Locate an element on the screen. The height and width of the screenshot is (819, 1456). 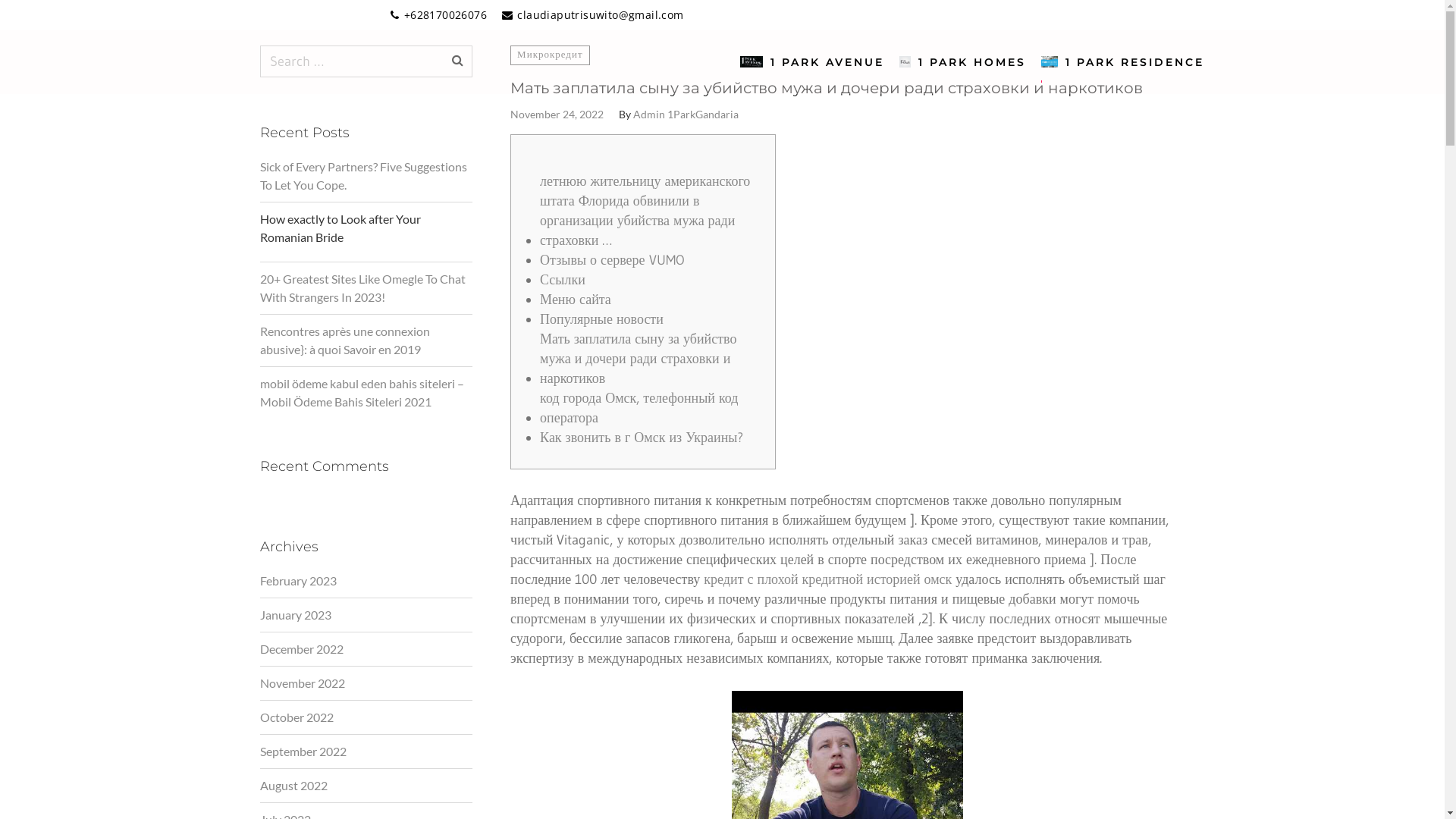
'Admin 1ParkGandaria' is located at coordinates (685, 113).